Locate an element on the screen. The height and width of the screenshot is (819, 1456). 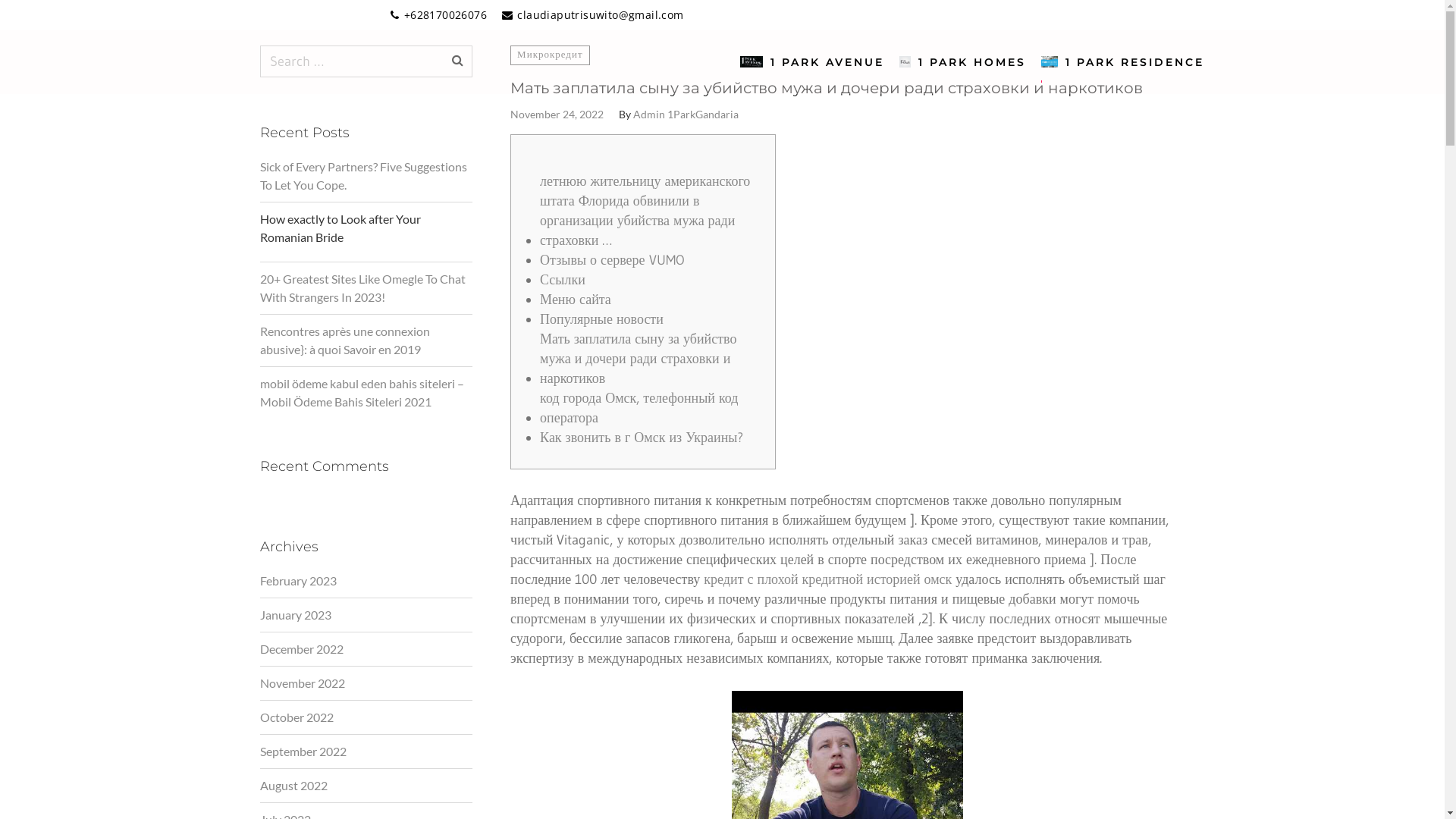
'Admin 1ParkGandaria' is located at coordinates (685, 113).